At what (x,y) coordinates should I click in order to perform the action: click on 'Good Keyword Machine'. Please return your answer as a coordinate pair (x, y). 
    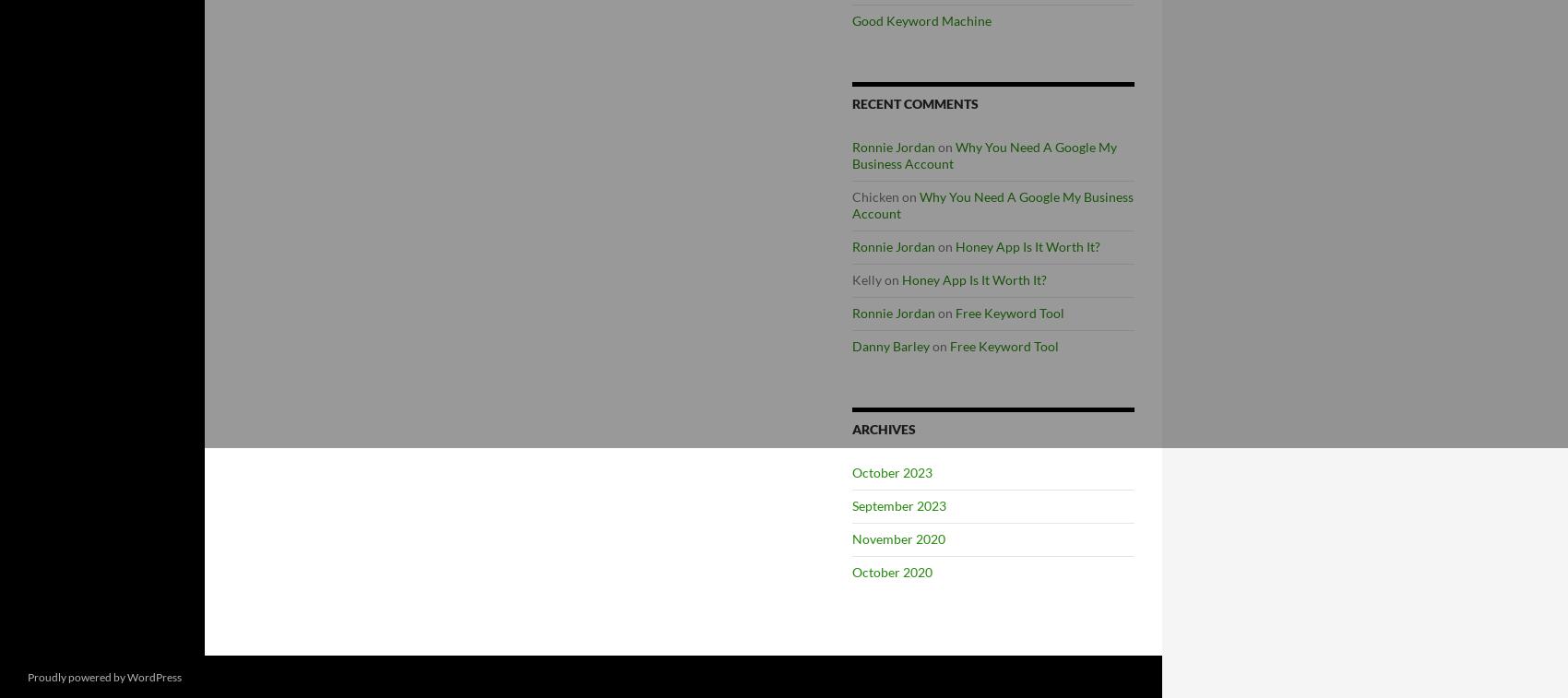
    Looking at the image, I should click on (921, 19).